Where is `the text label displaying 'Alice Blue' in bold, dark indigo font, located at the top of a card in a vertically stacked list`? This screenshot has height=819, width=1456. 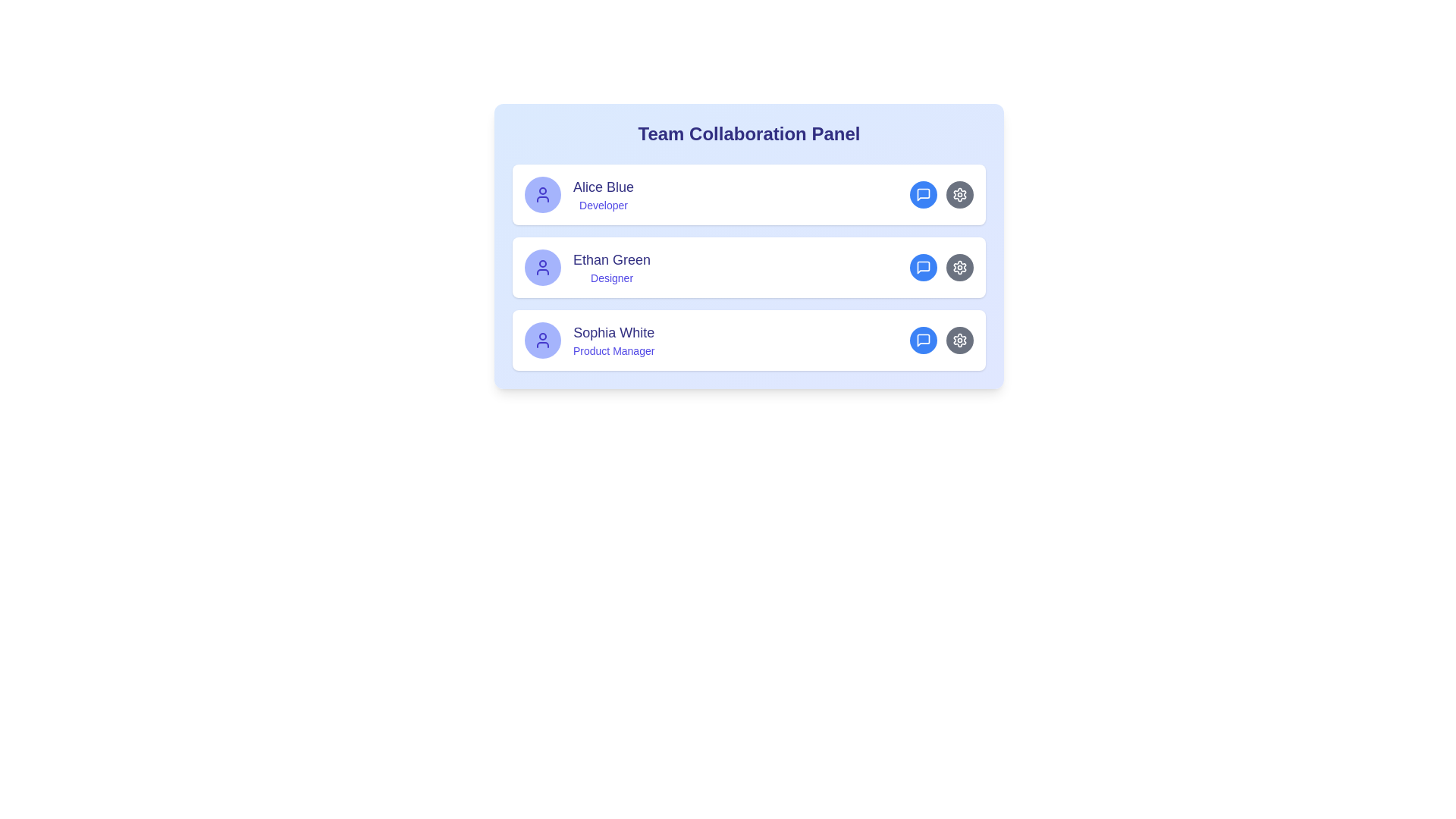
the text label displaying 'Alice Blue' in bold, dark indigo font, located at the top of a card in a vertically stacked list is located at coordinates (603, 186).